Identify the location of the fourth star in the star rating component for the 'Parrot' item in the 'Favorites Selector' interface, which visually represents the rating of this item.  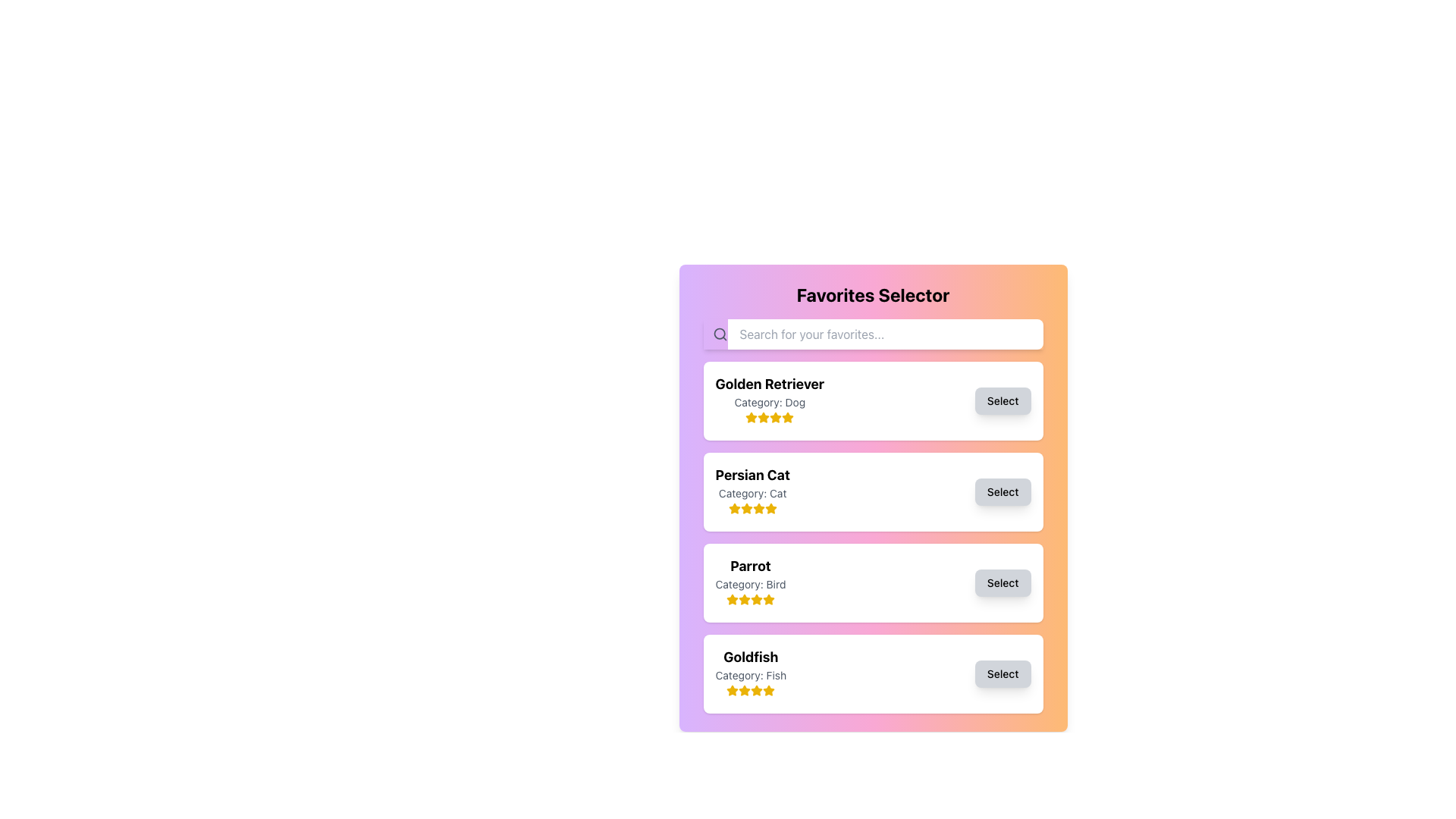
(757, 598).